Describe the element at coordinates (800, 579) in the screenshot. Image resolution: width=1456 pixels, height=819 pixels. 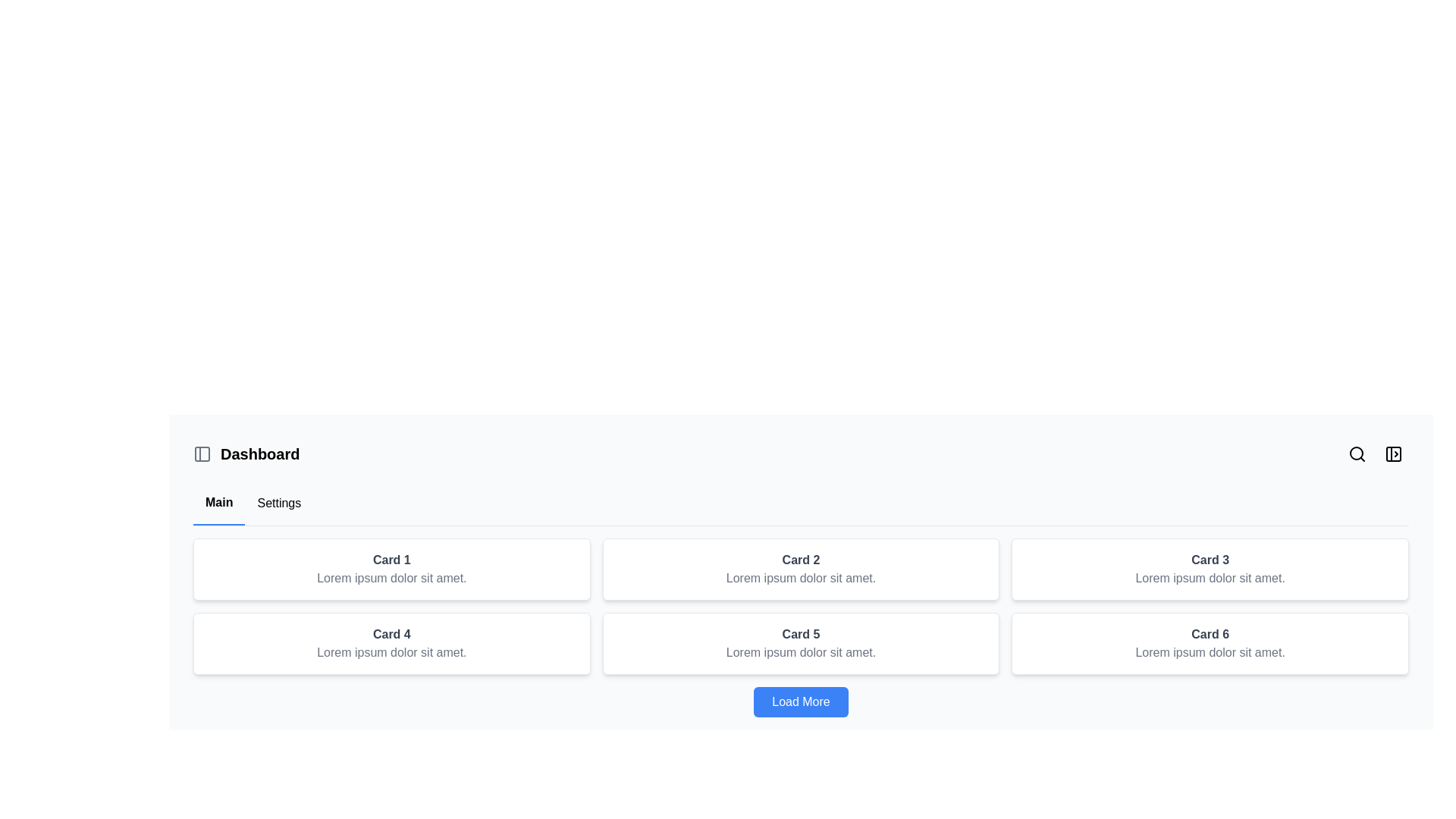
I see `the Text label located within 'Card 2', which provides additional content or context, and is positioned directly below the main title of the card` at that location.